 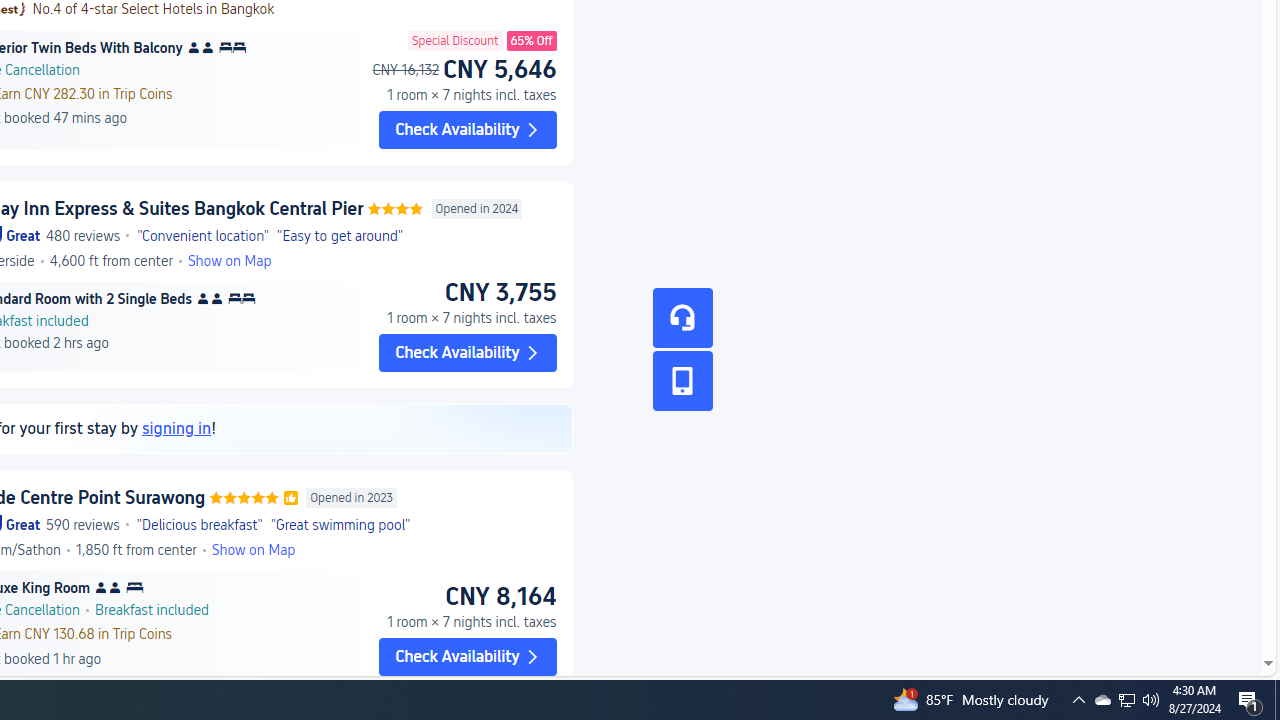 I want to click on '480 reviews', so click(x=82, y=234).